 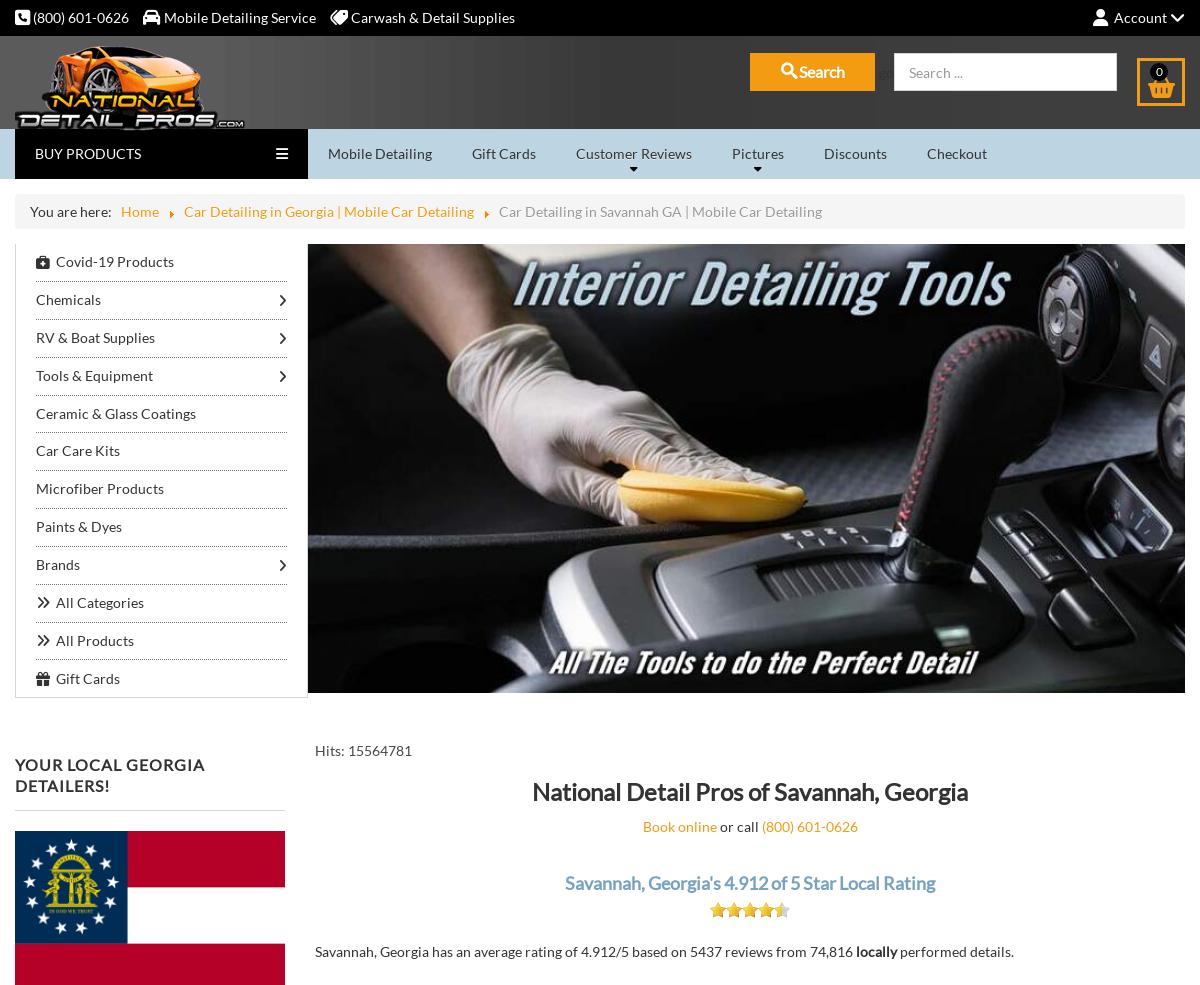 What do you see at coordinates (337, 589) in the screenshot?
I see `'PDP'` at bounding box center [337, 589].